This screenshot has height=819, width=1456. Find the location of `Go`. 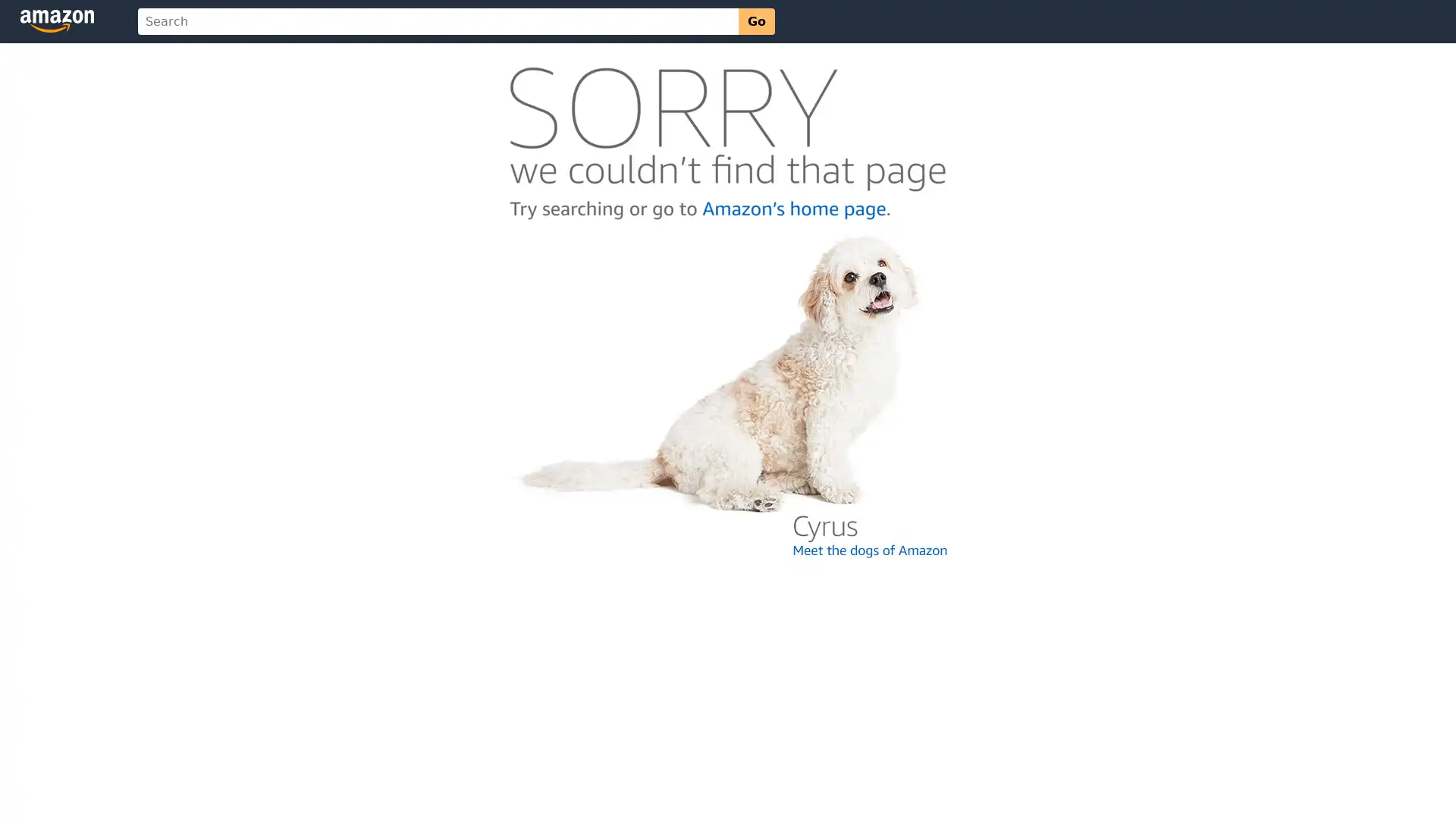

Go is located at coordinates (757, 21).